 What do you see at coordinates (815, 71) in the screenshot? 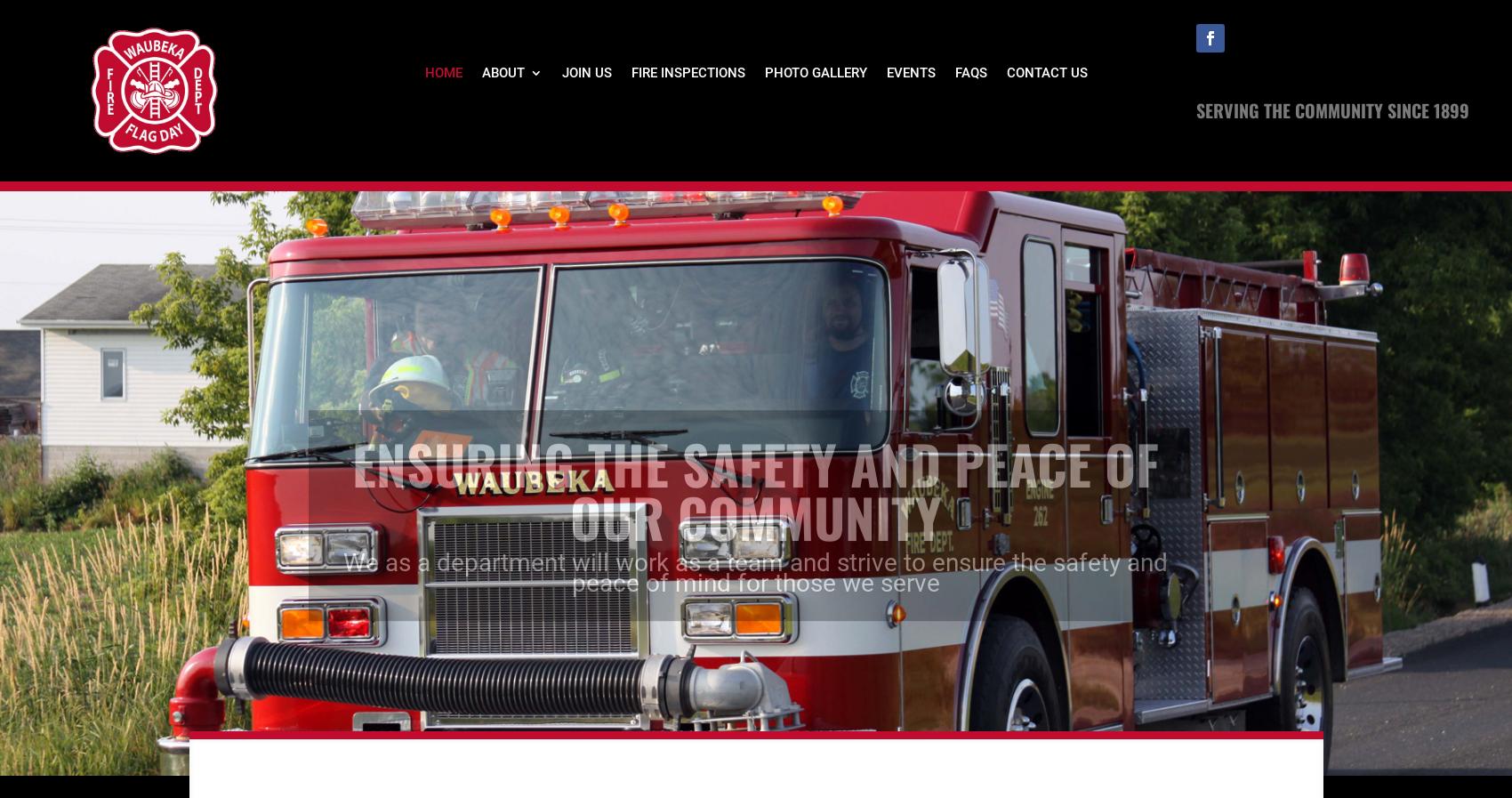
I see `'Photo Gallery'` at bounding box center [815, 71].